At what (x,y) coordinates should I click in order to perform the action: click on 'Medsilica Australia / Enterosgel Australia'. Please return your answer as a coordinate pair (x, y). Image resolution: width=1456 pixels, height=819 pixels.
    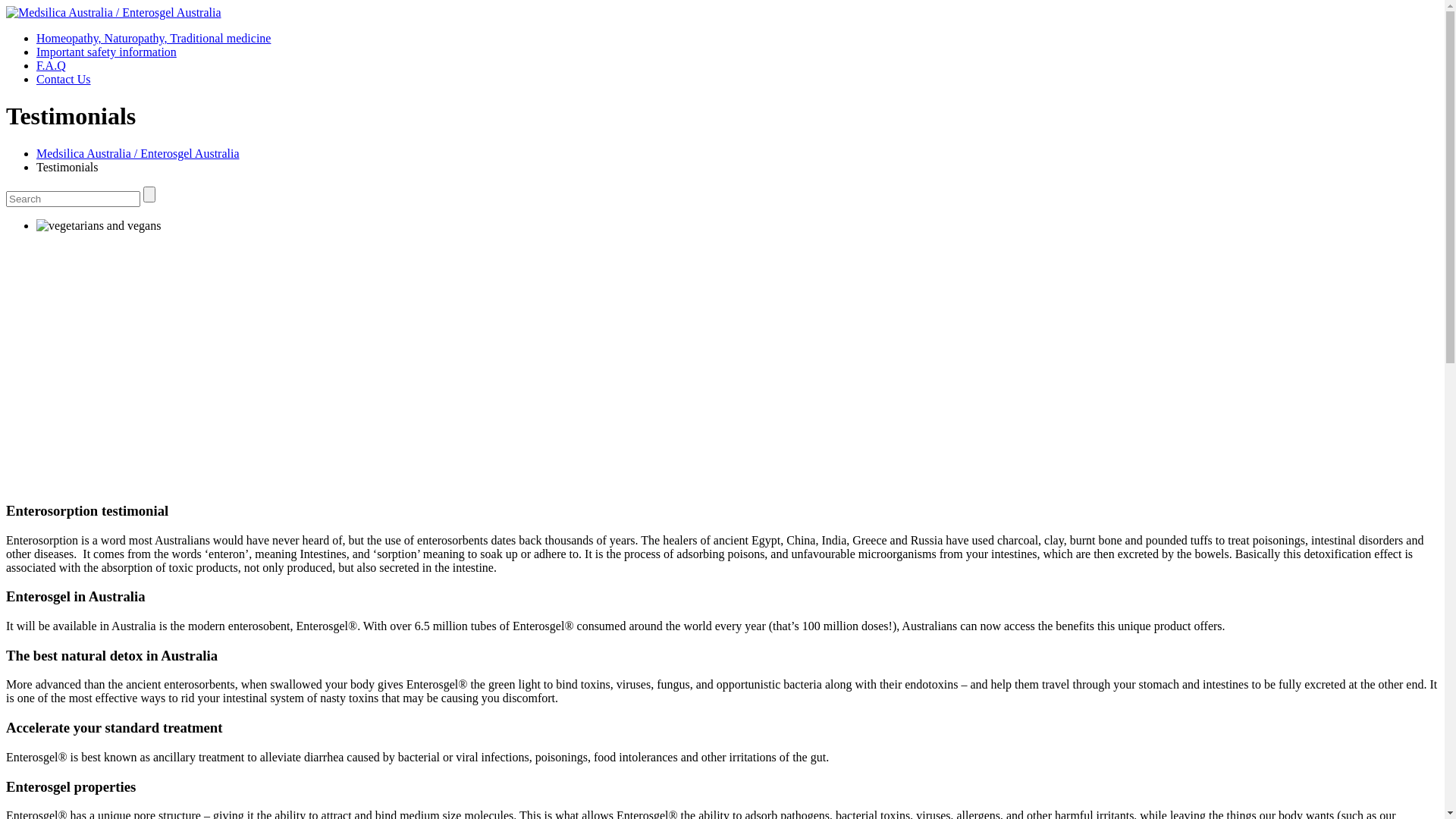
    Looking at the image, I should click on (36, 153).